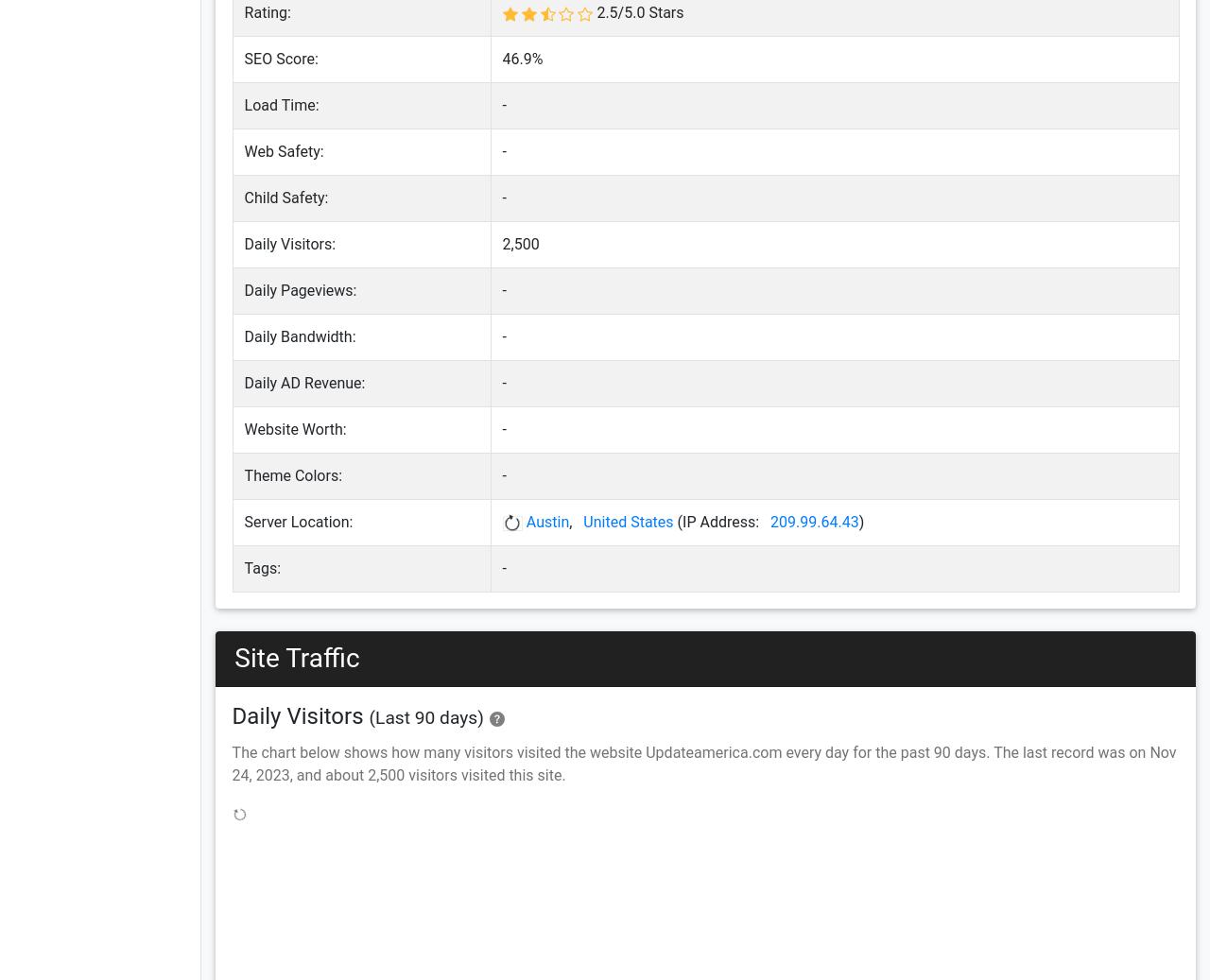 The image size is (1210, 980). I want to click on 'United States', so click(628, 521).